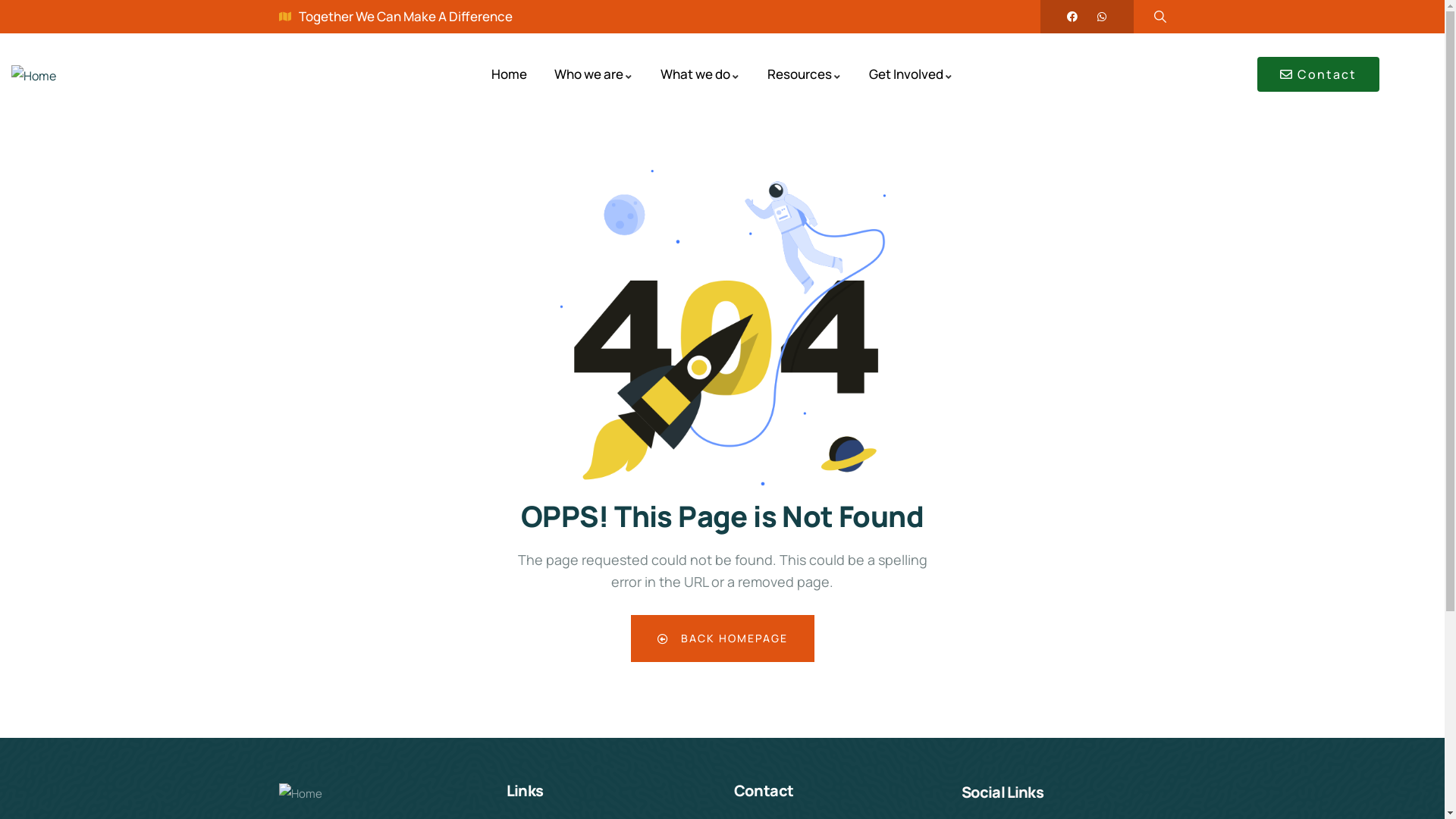  Describe the element at coordinates (33, 76) in the screenshot. I see `'Home'` at that location.